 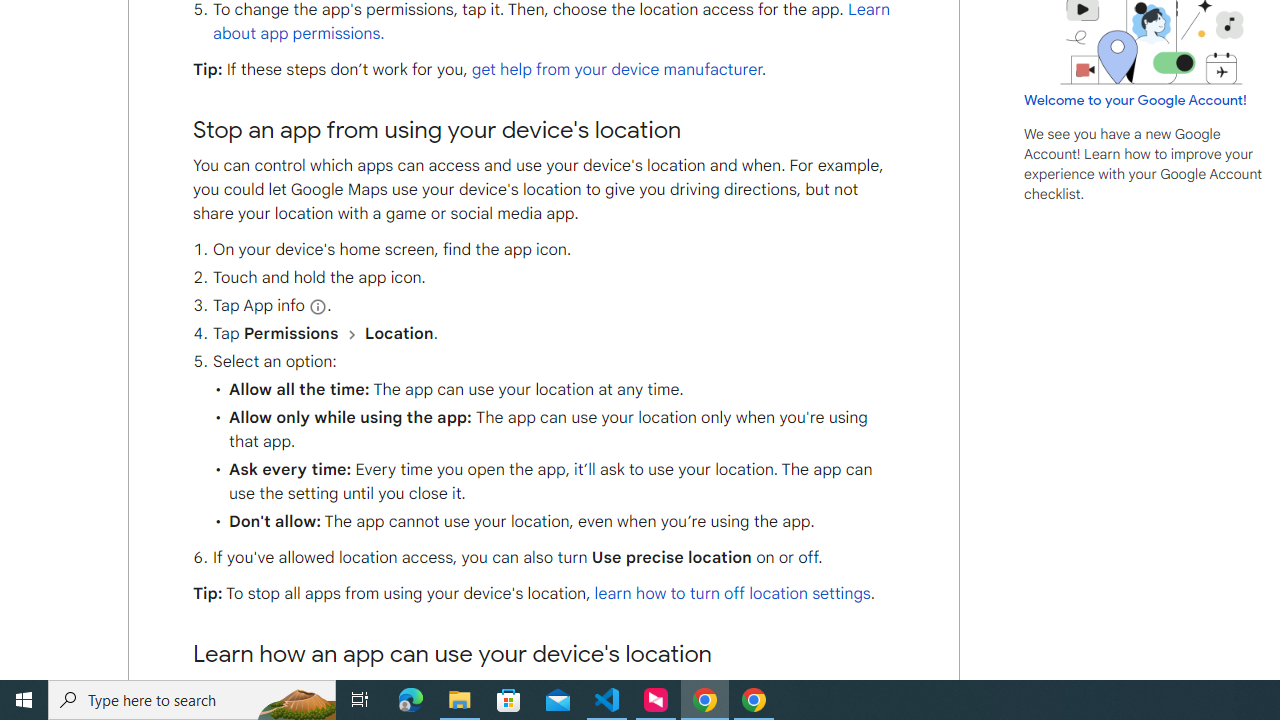 I want to click on 'Learn about app permissions.', so click(x=551, y=21).